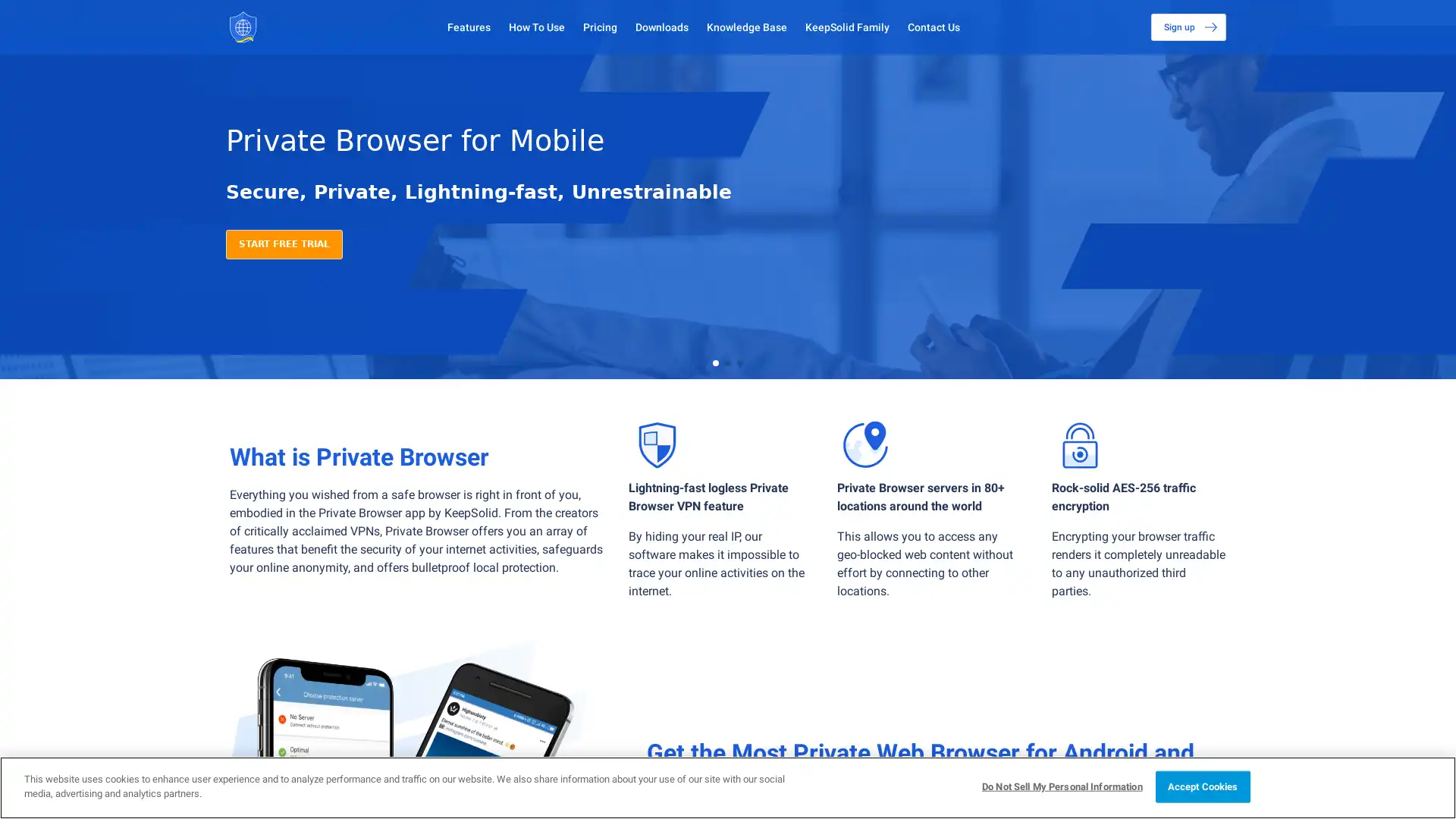  What do you see at coordinates (728, 362) in the screenshot?
I see `Go to slide 2` at bounding box center [728, 362].